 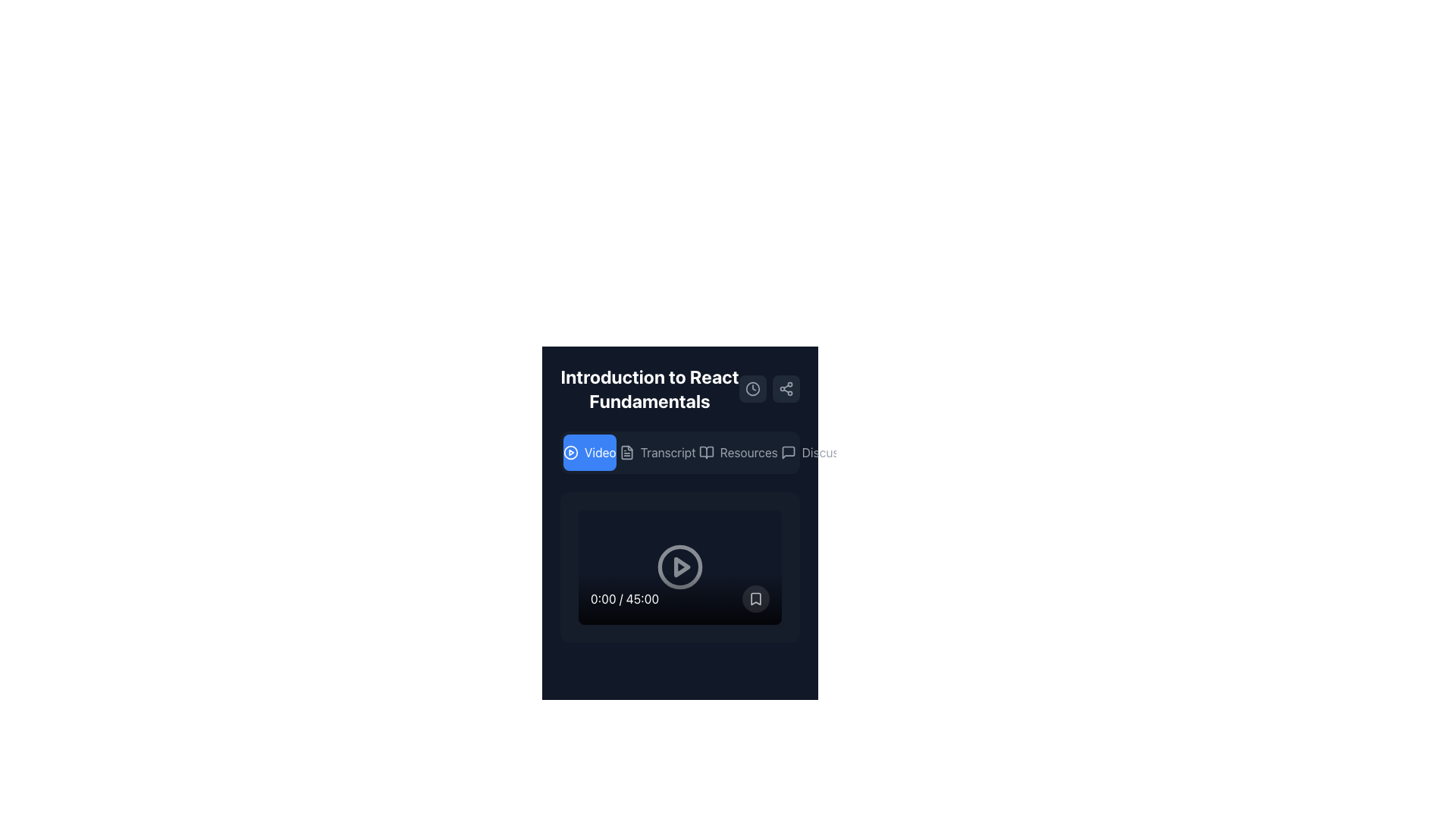 I want to click on the center of the circular play button icon within the video playback interface, so click(x=570, y=452).